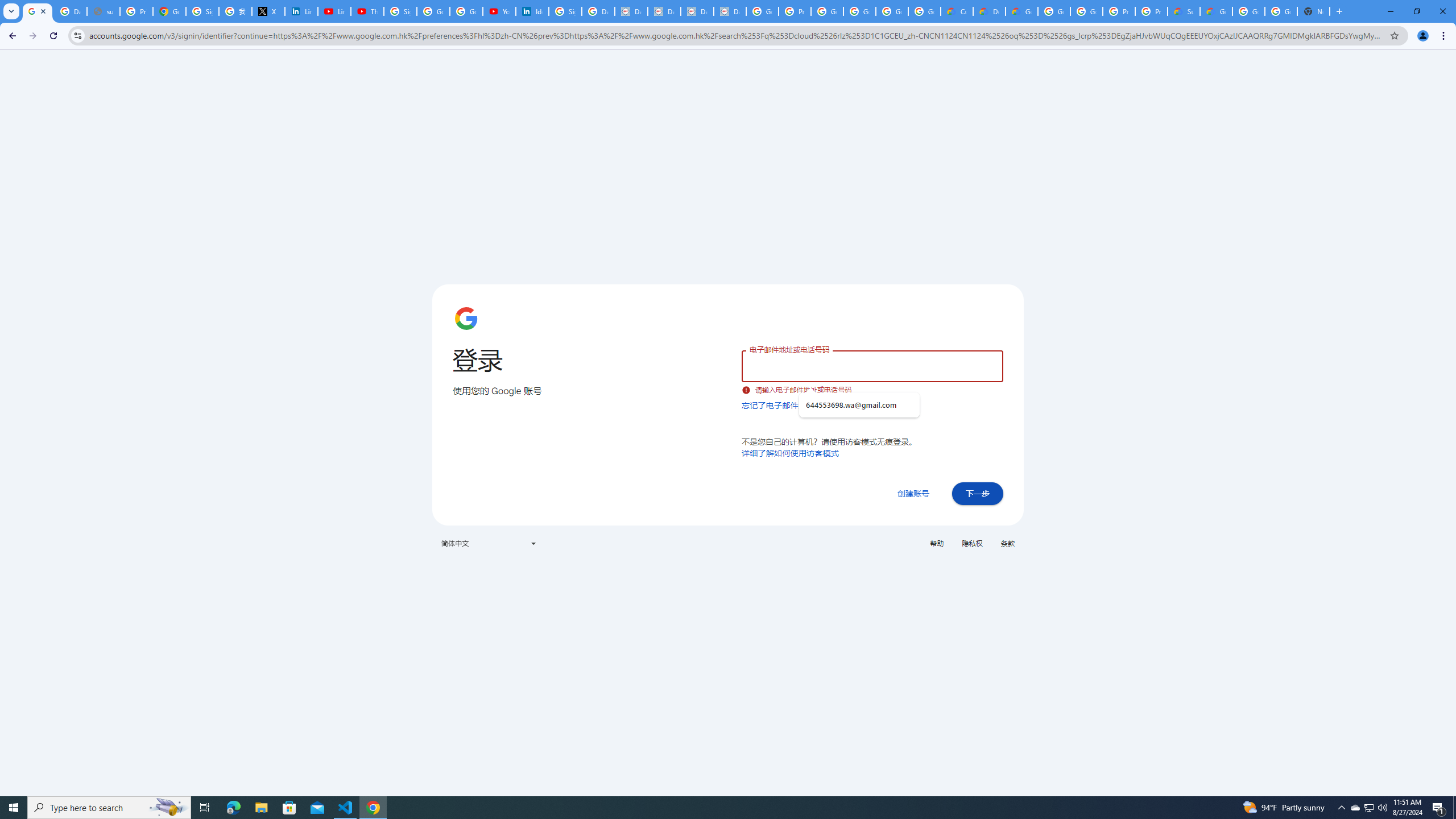 The height and width of the screenshot is (819, 1456). What do you see at coordinates (201, 11) in the screenshot?
I see `'Sign in - Google Accounts'` at bounding box center [201, 11].